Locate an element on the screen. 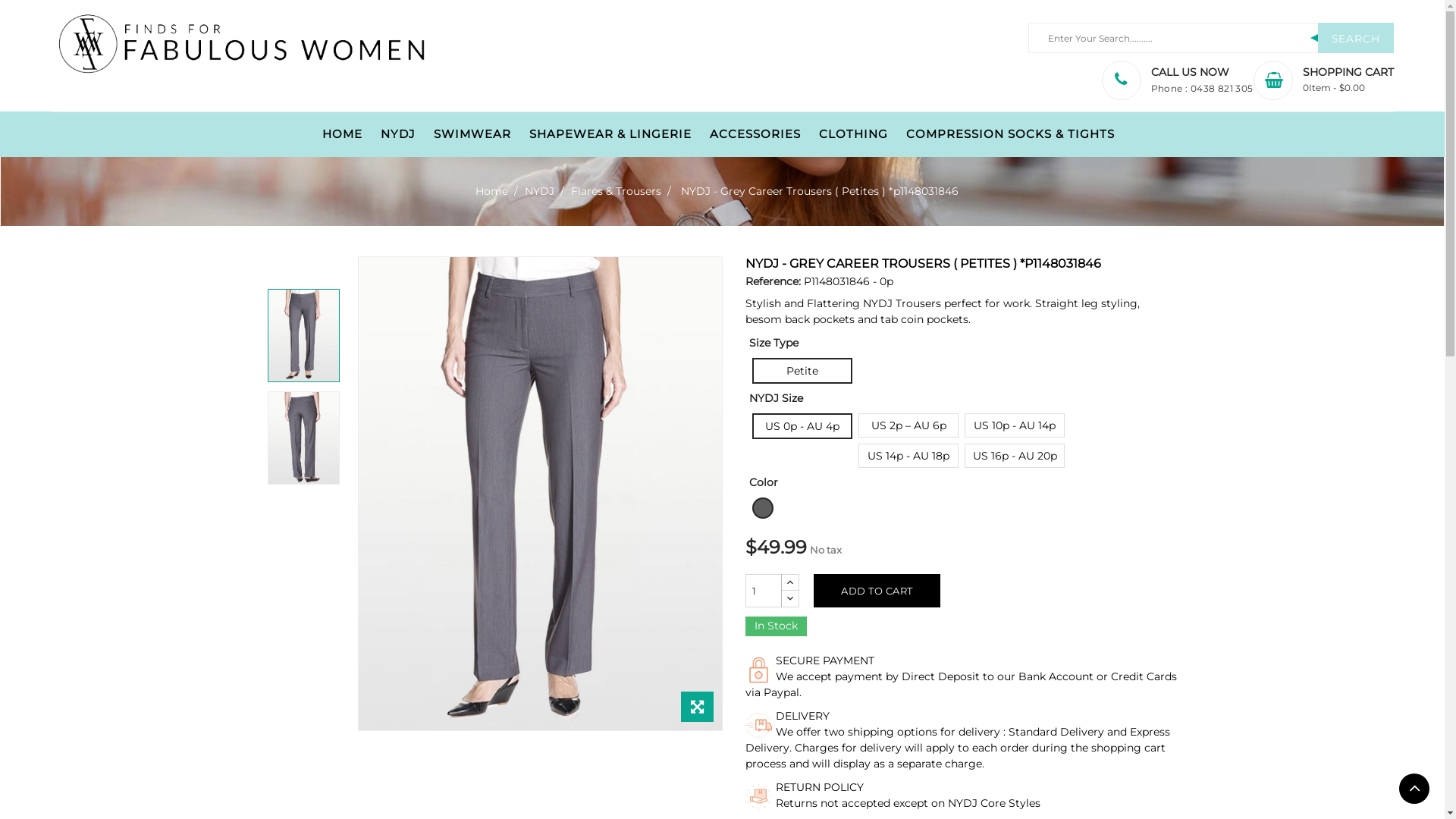  'COMPRESSION SOCKS & TIGHTS' is located at coordinates (1010, 133).